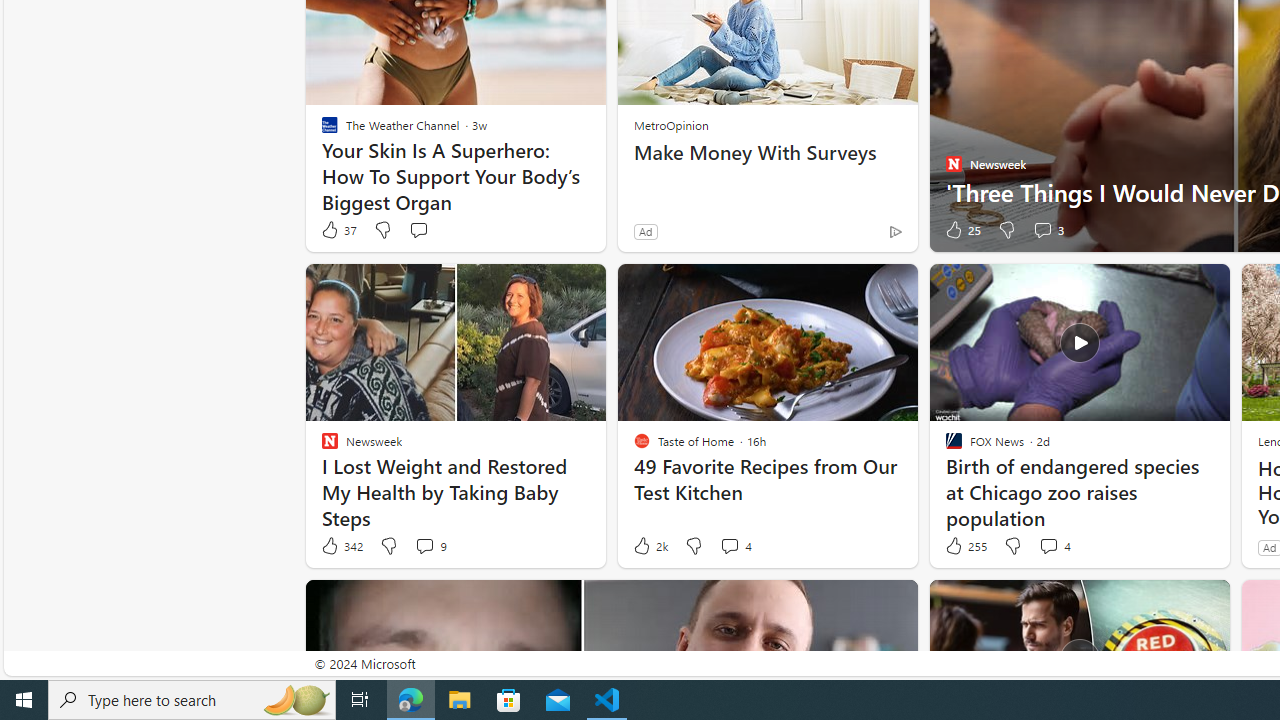 This screenshot has width=1280, height=720. I want to click on '255 Like', so click(964, 546).